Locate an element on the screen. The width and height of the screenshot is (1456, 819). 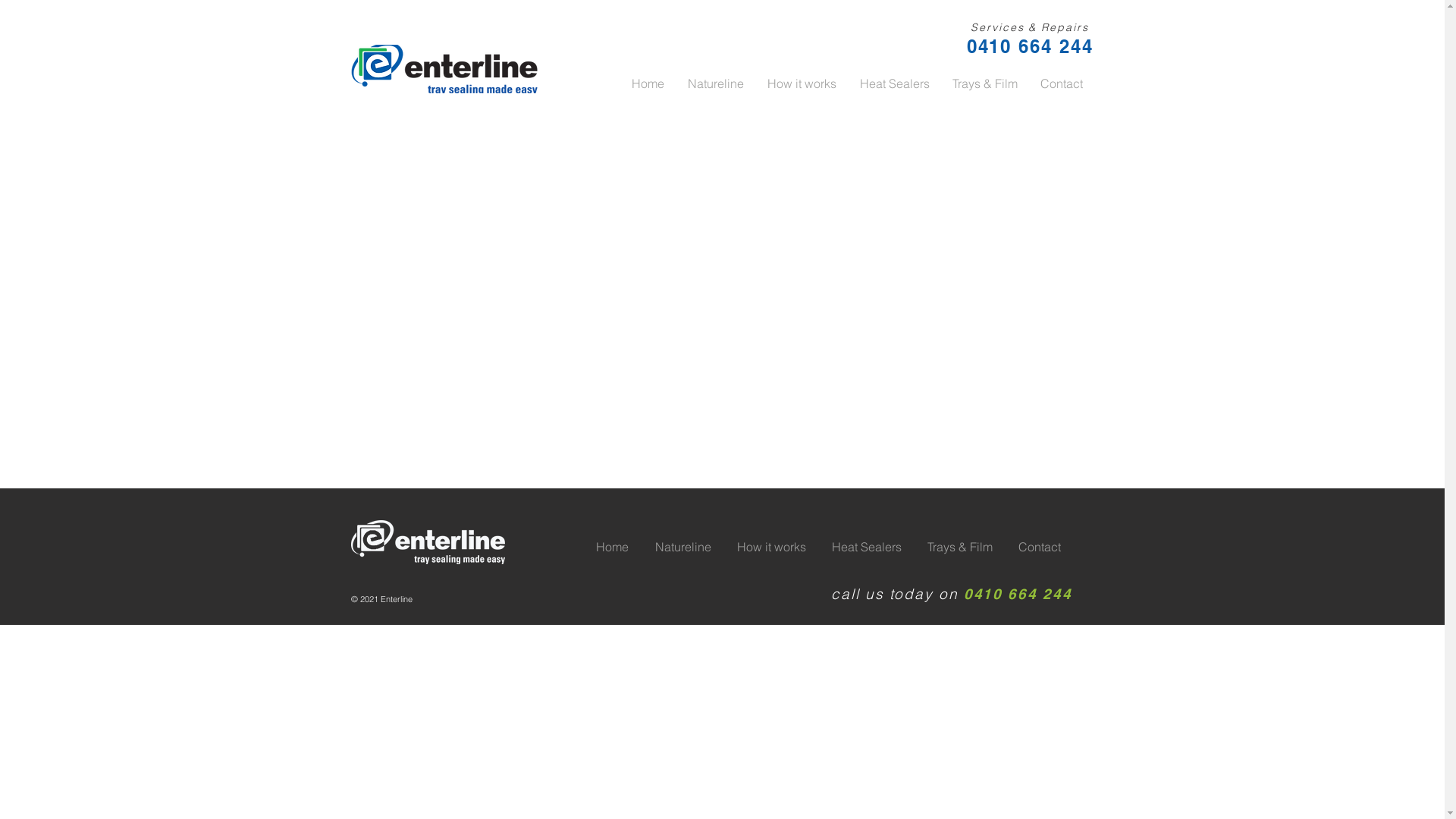
'Contact' is located at coordinates (1059, 83).